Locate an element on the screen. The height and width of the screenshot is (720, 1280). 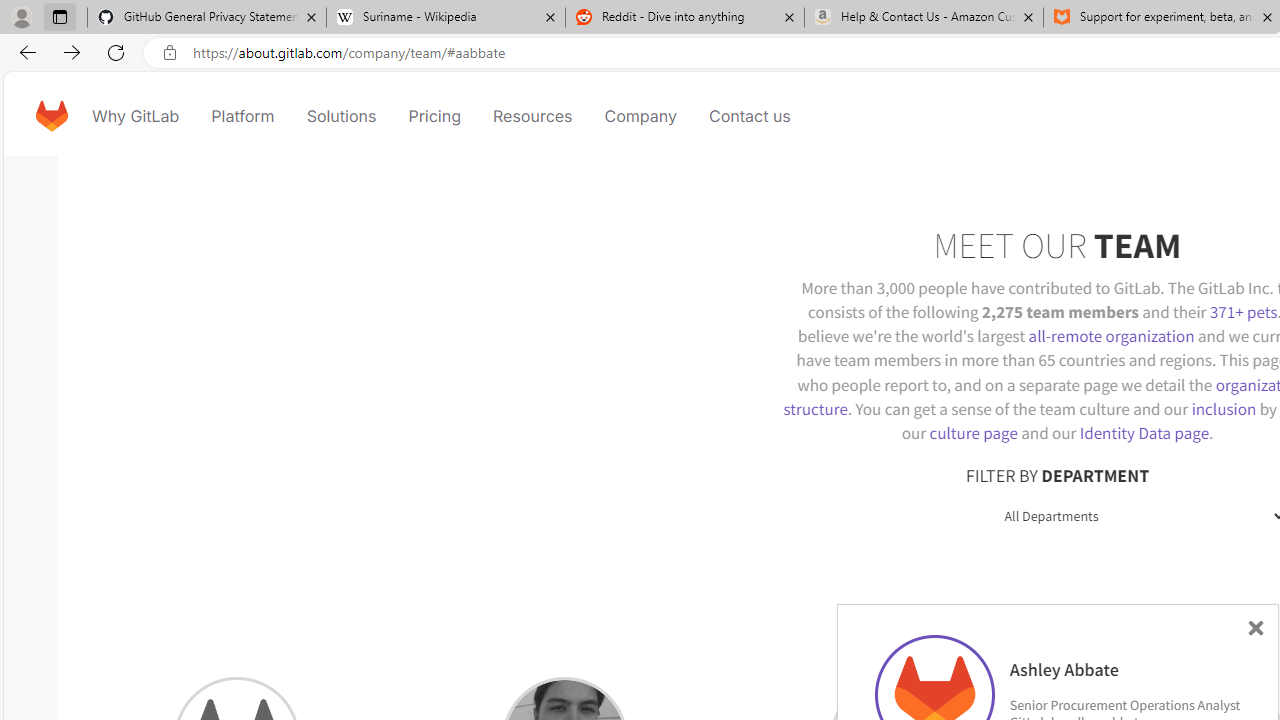
'Pricing' is located at coordinates (432, 115).